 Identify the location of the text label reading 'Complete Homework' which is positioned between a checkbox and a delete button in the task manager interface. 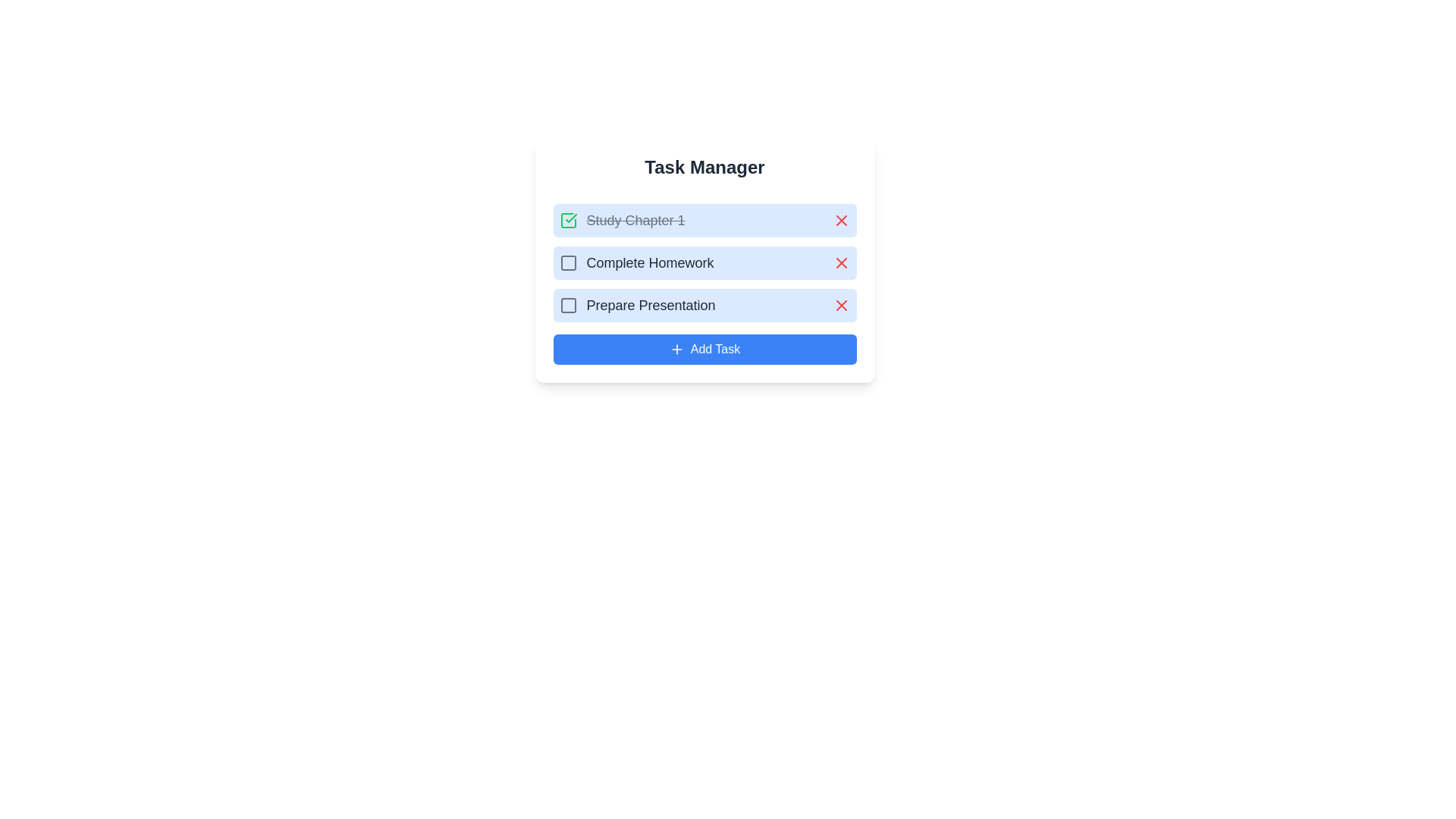
(650, 262).